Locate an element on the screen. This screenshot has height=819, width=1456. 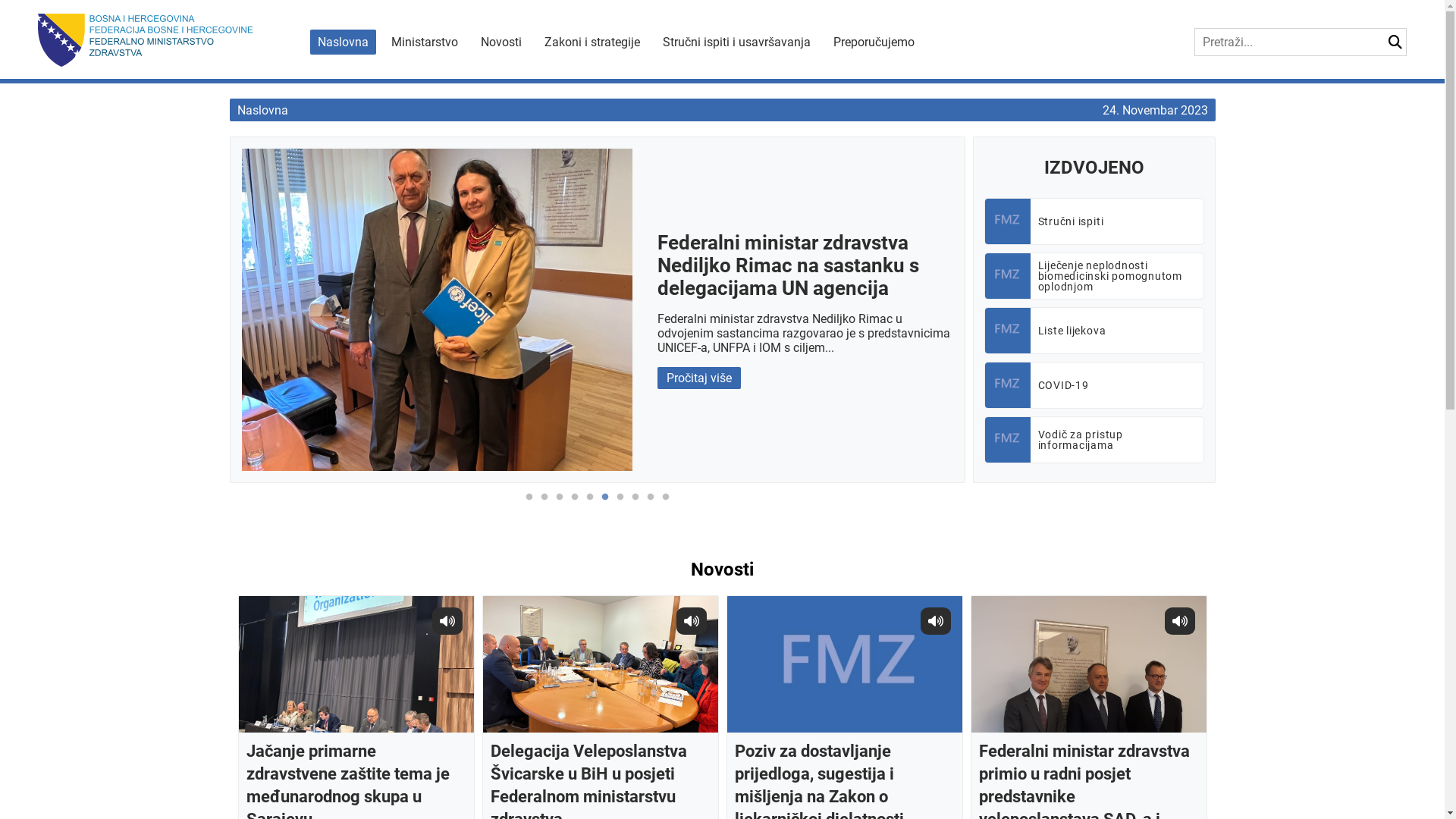
'10' is located at coordinates (666, 505).